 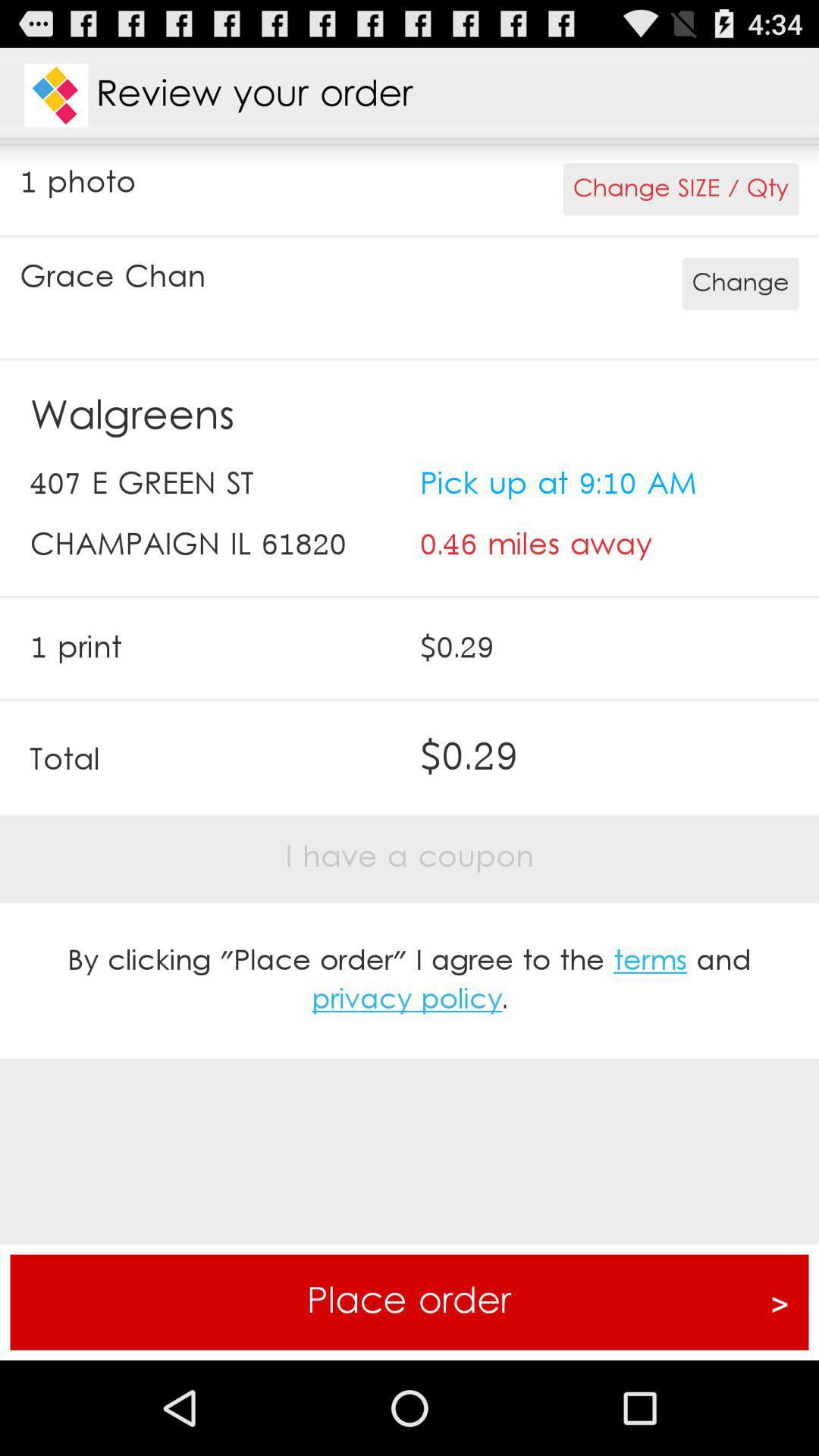 I want to click on the change size / qty item, so click(x=680, y=188).